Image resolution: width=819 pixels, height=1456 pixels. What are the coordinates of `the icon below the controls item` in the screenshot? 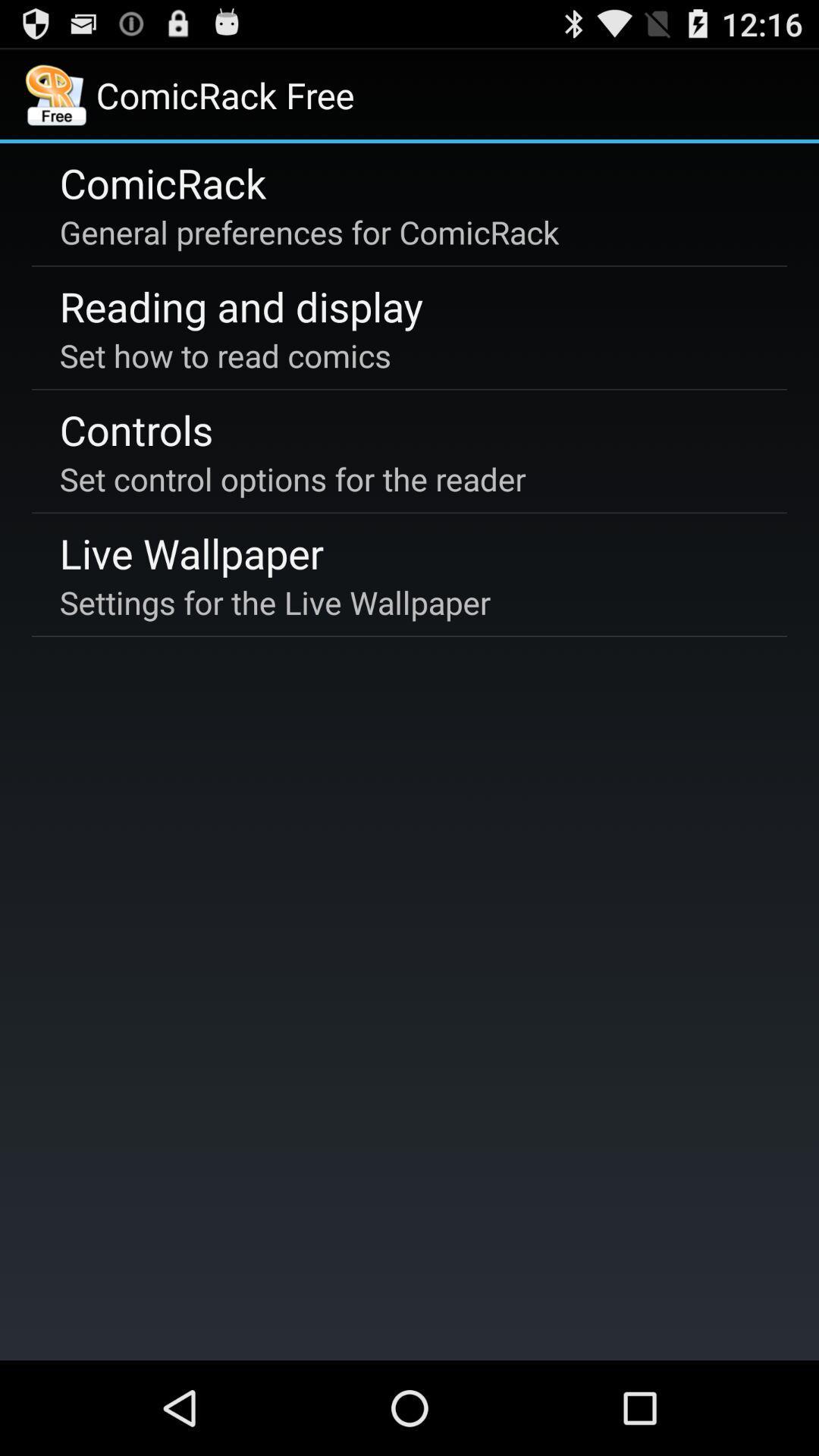 It's located at (293, 478).